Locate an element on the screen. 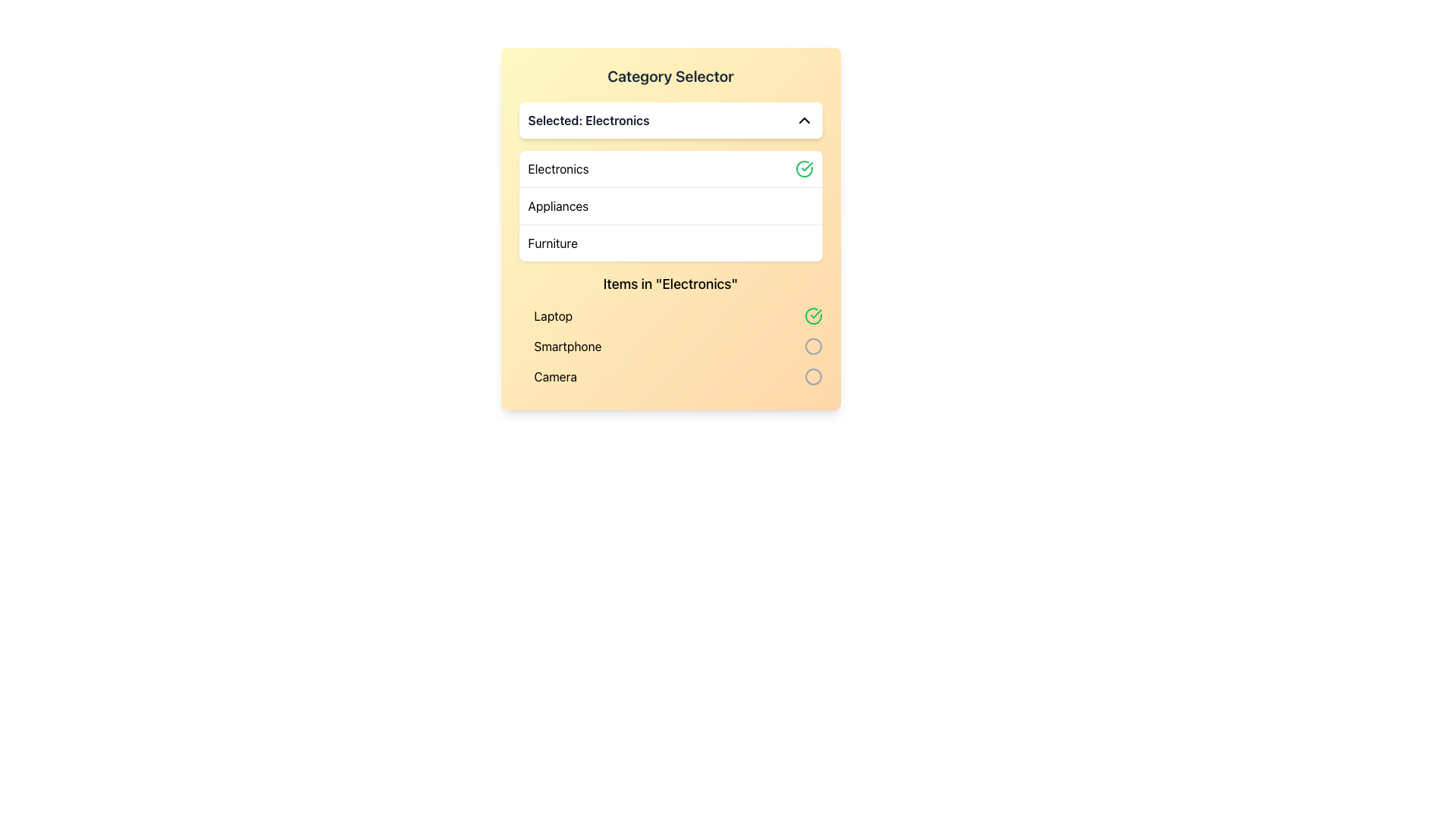 Image resolution: width=1456 pixels, height=819 pixels. the list item that starts with 'Smartphone', which is the second item in the 'Electronics' list, positioned between 'Laptop' and 'Camera' is located at coordinates (670, 346).